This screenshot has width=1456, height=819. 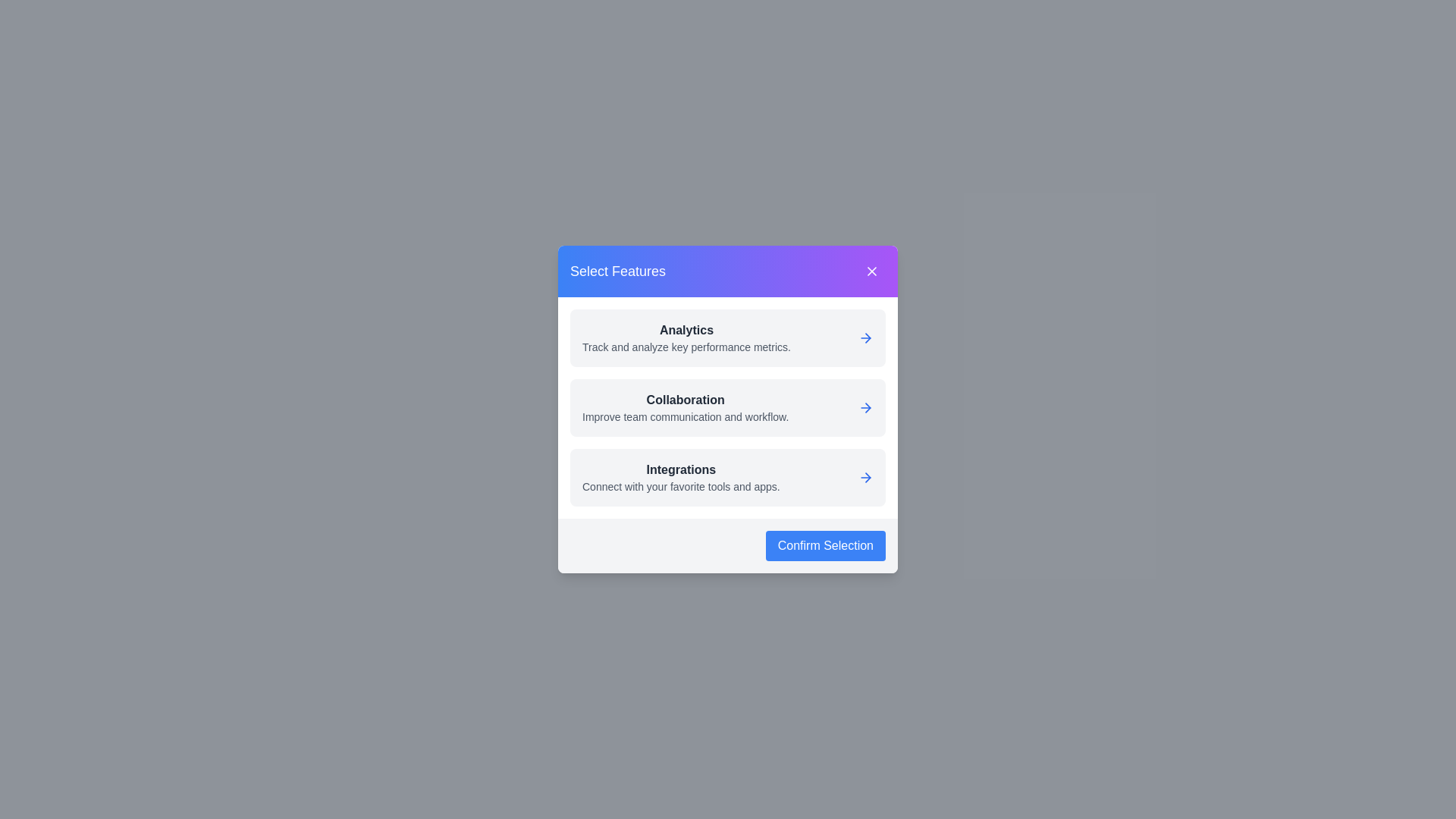 What do you see at coordinates (728, 337) in the screenshot?
I see `the feature card labeled Analytics` at bounding box center [728, 337].